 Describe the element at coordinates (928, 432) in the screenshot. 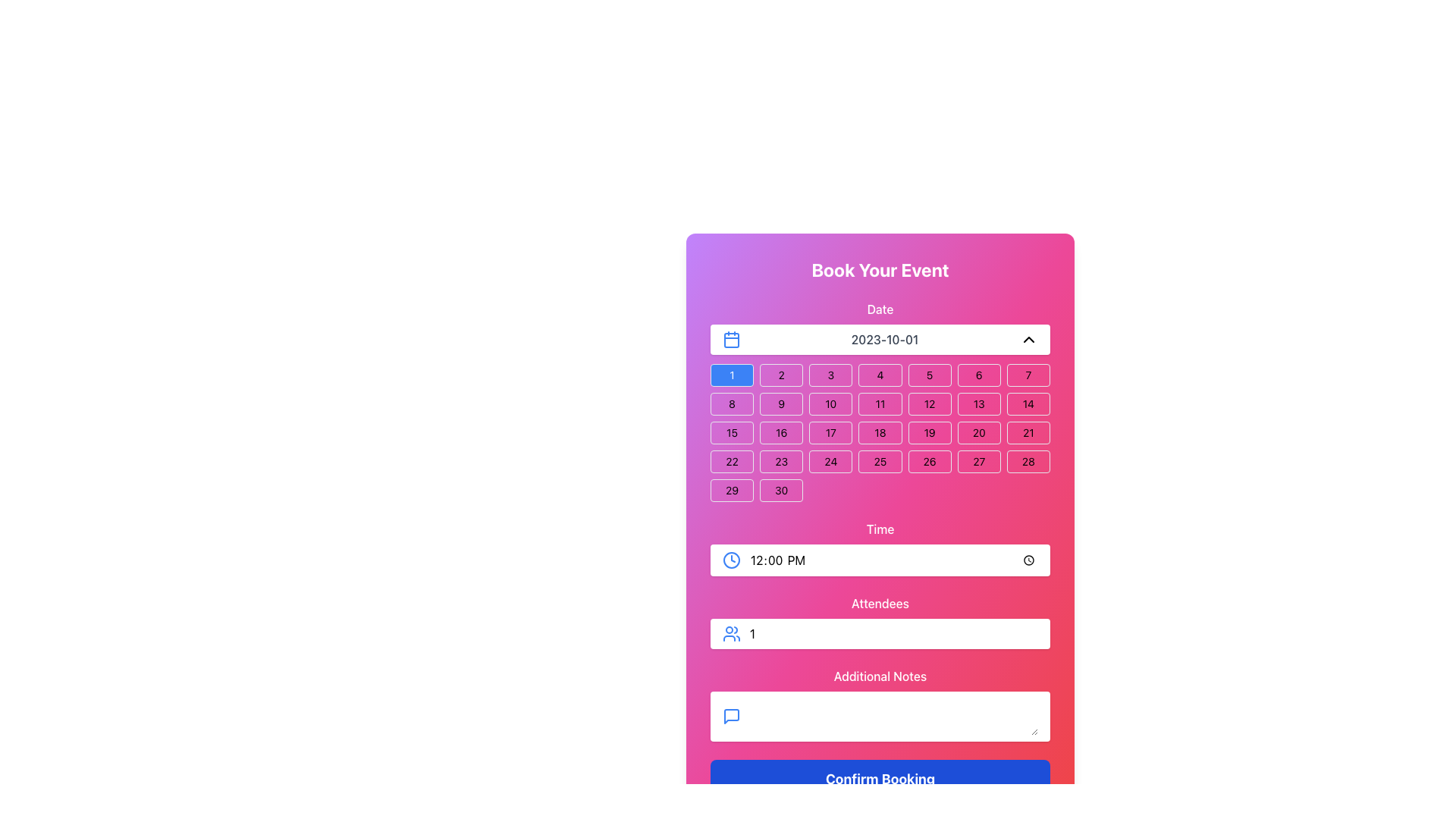

I see `the pink button with the black text '19' located in the third row and fifth column of the calendar grid` at that location.